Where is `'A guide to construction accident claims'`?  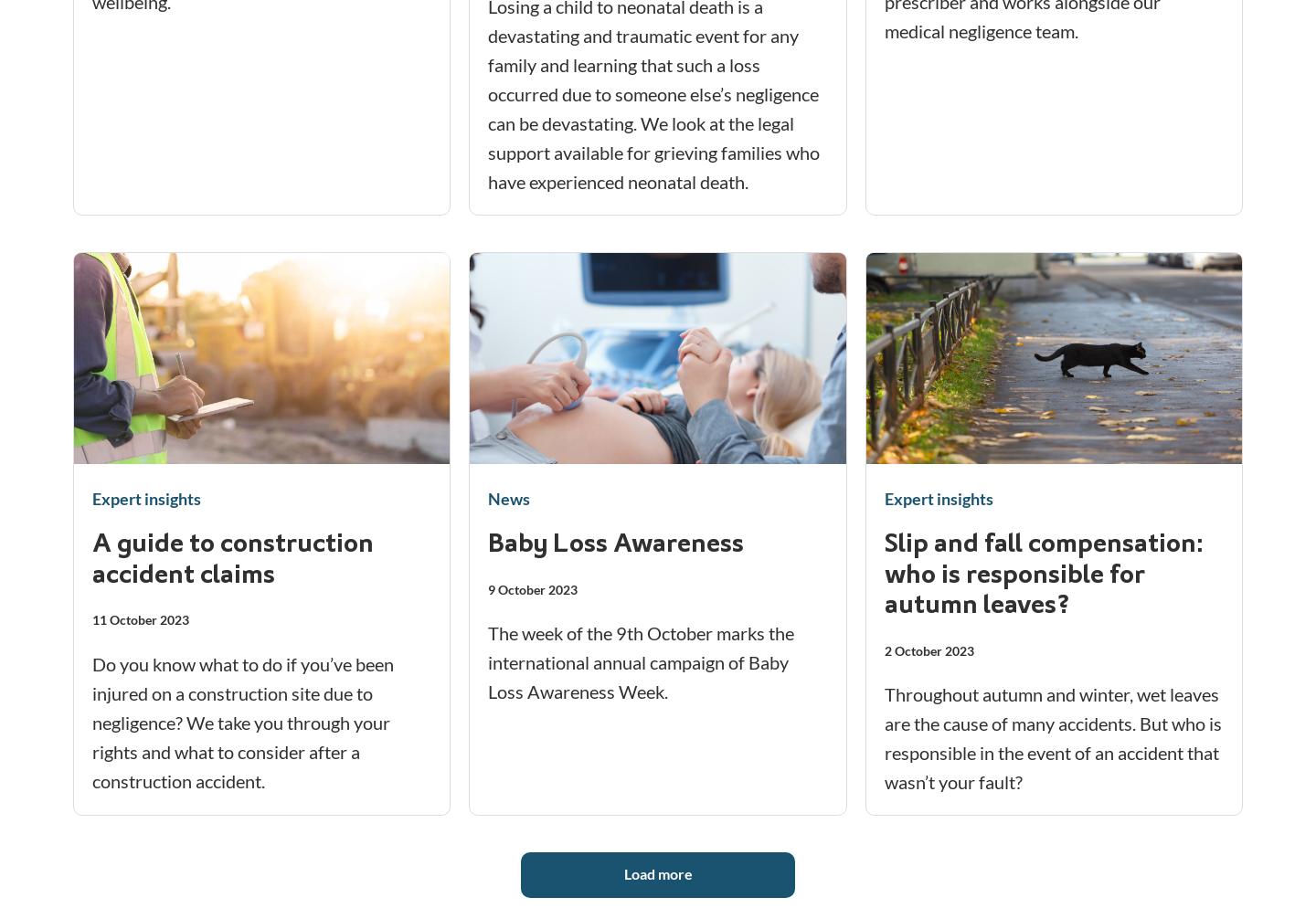 'A guide to construction accident claims' is located at coordinates (232, 559).